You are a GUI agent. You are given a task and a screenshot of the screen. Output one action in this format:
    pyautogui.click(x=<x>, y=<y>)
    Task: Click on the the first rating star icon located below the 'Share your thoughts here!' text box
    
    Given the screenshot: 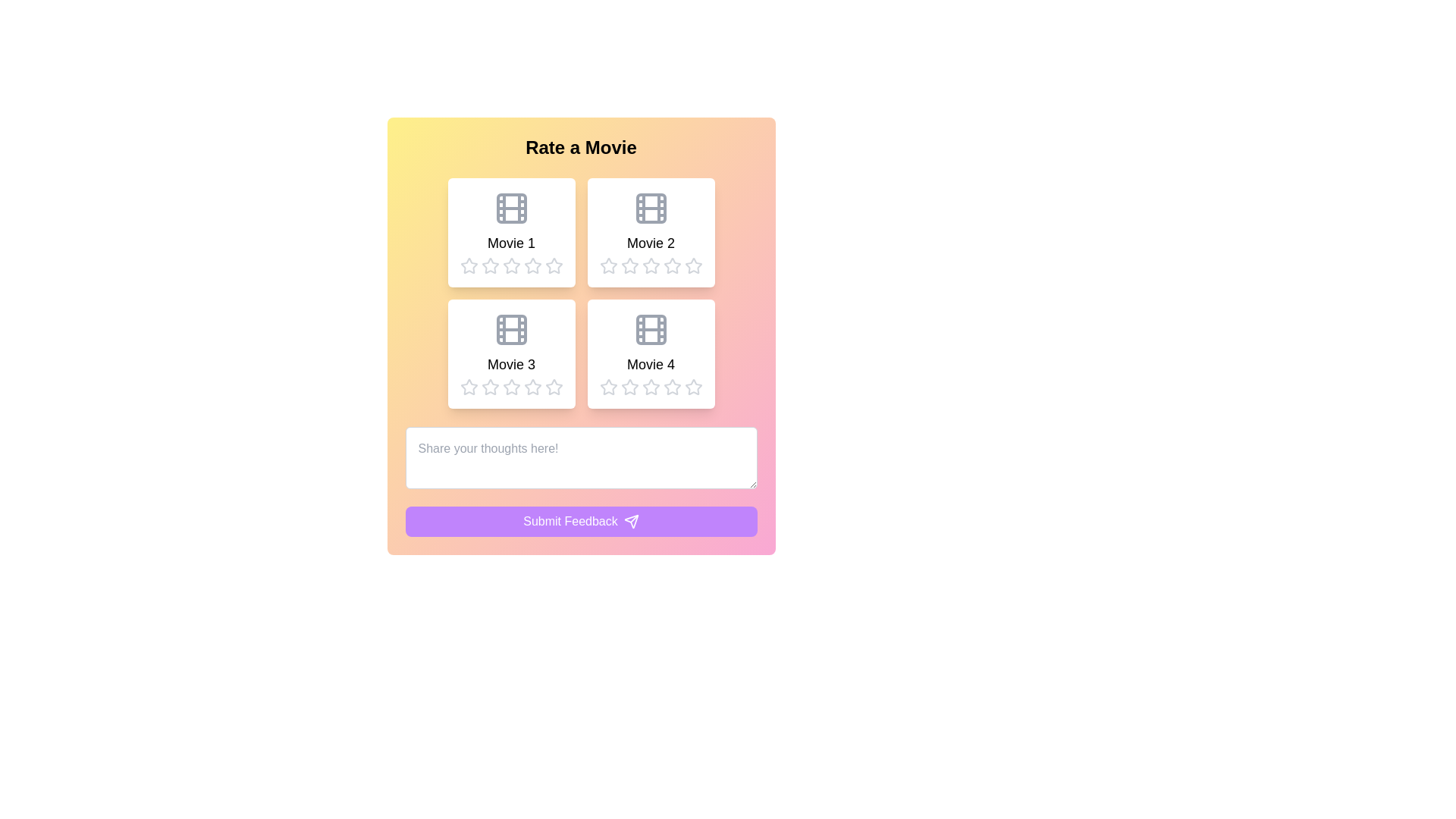 What is the action you would take?
    pyautogui.click(x=608, y=386)
    